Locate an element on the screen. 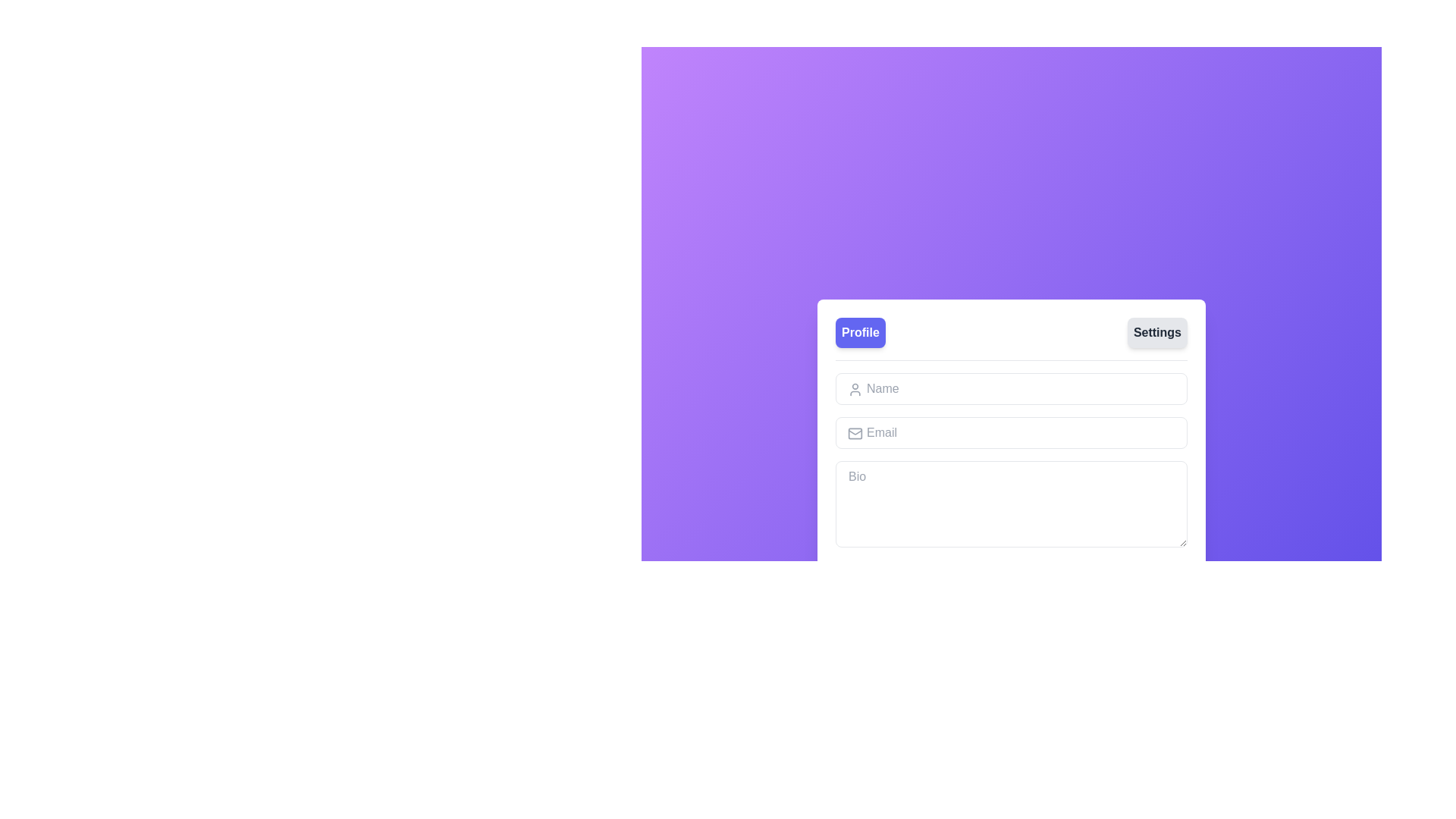  the Illustrative Icon element, which resembles a mail icon and is located to the left of the 'Email' input field is located at coordinates (855, 433).